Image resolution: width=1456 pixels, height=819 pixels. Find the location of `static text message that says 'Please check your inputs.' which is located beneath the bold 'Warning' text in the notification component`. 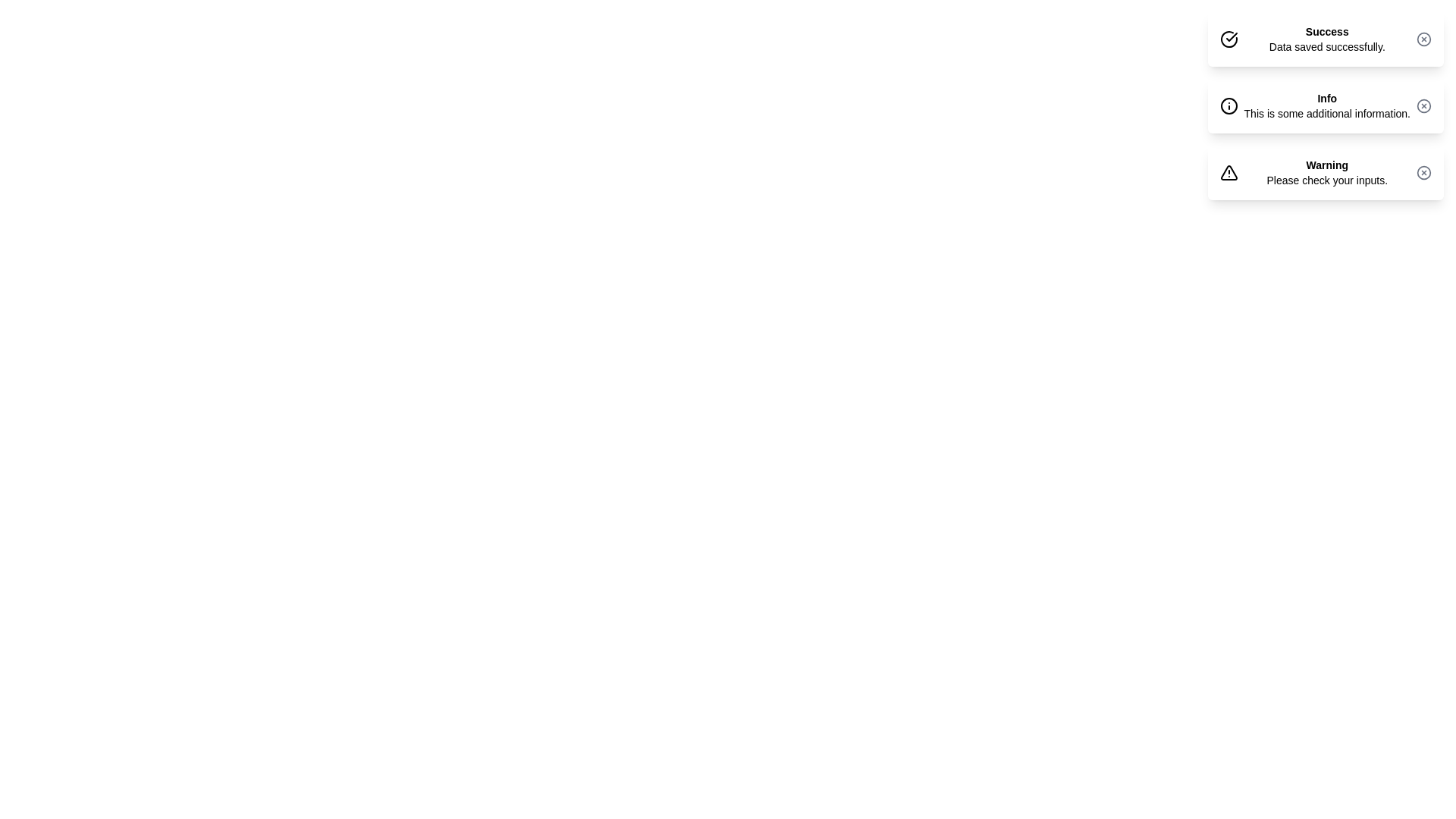

static text message that says 'Please check your inputs.' which is located beneath the bold 'Warning' text in the notification component is located at coordinates (1326, 180).